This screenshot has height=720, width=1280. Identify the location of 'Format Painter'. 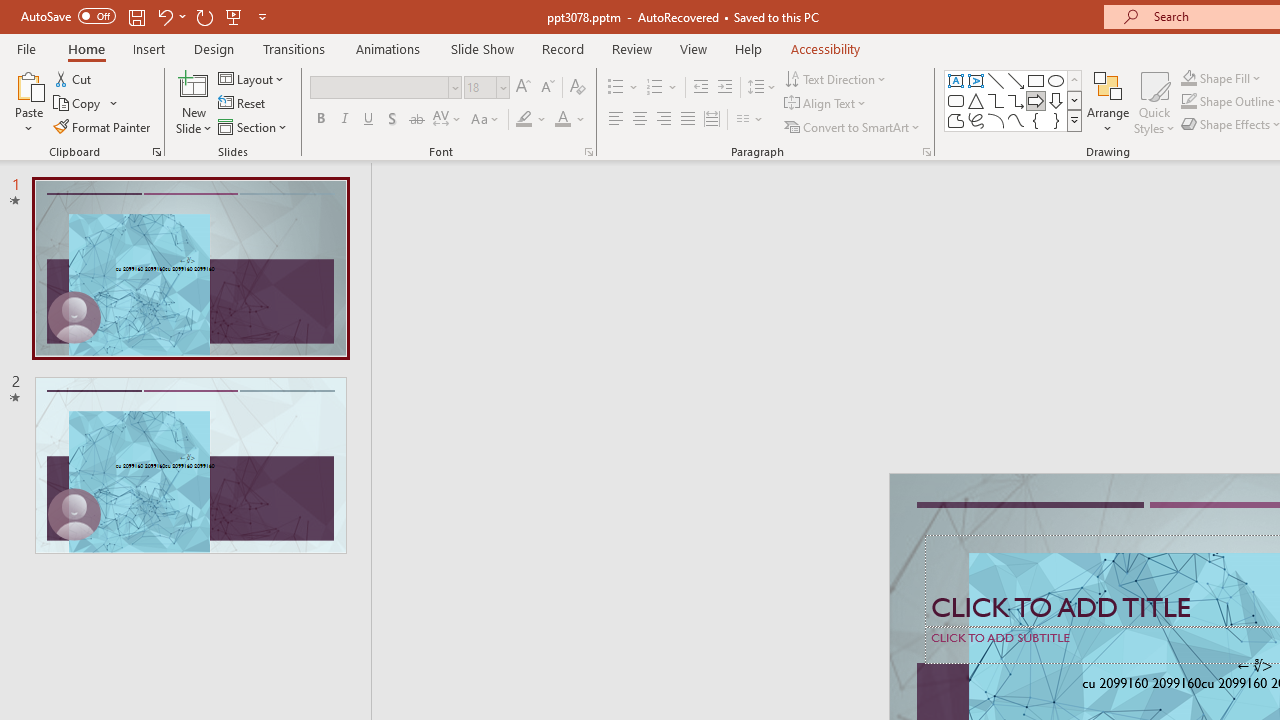
(102, 127).